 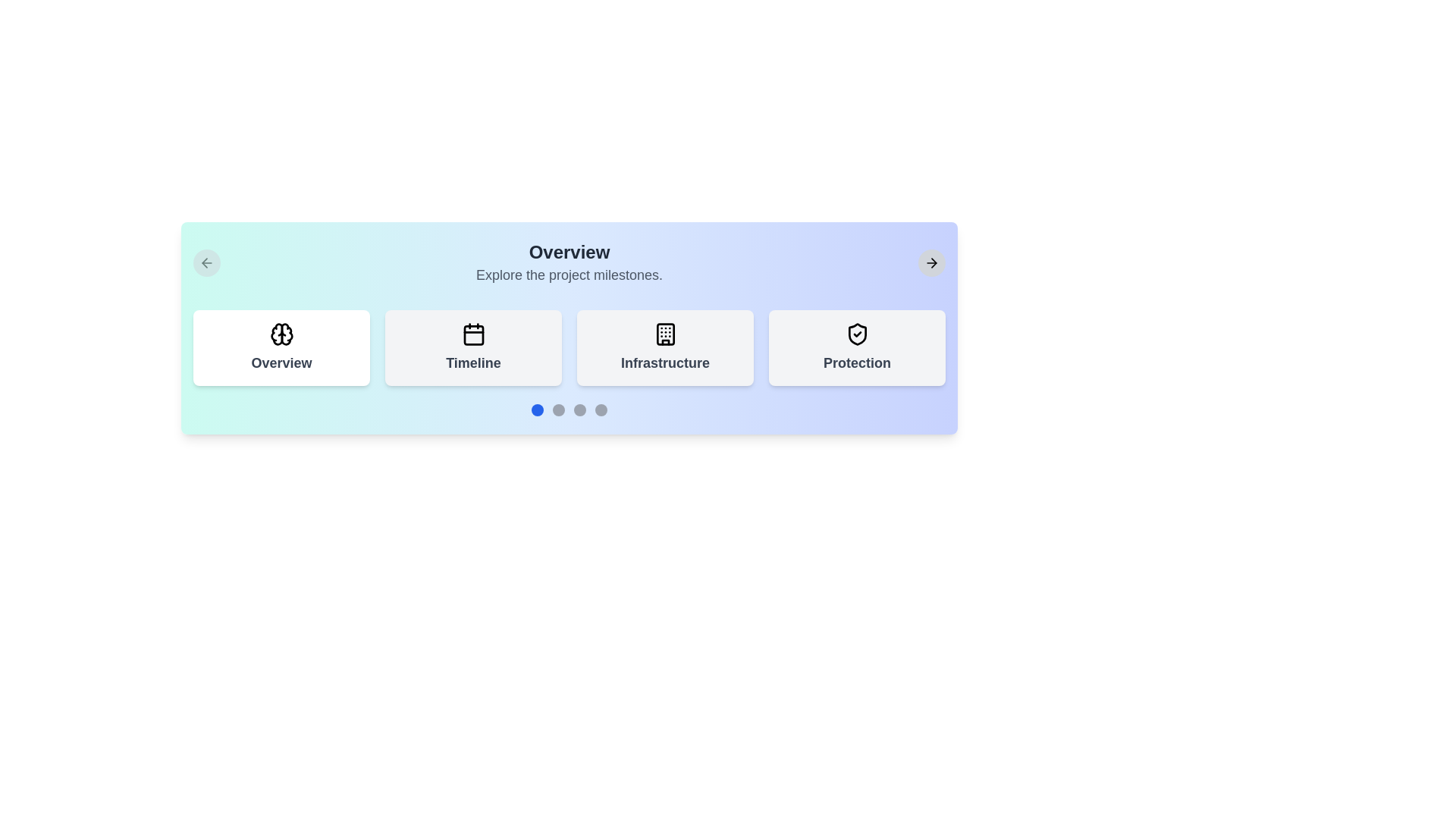 I want to click on the 'Timeline' or 'Calendar' icon, so click(x=472, y=333).